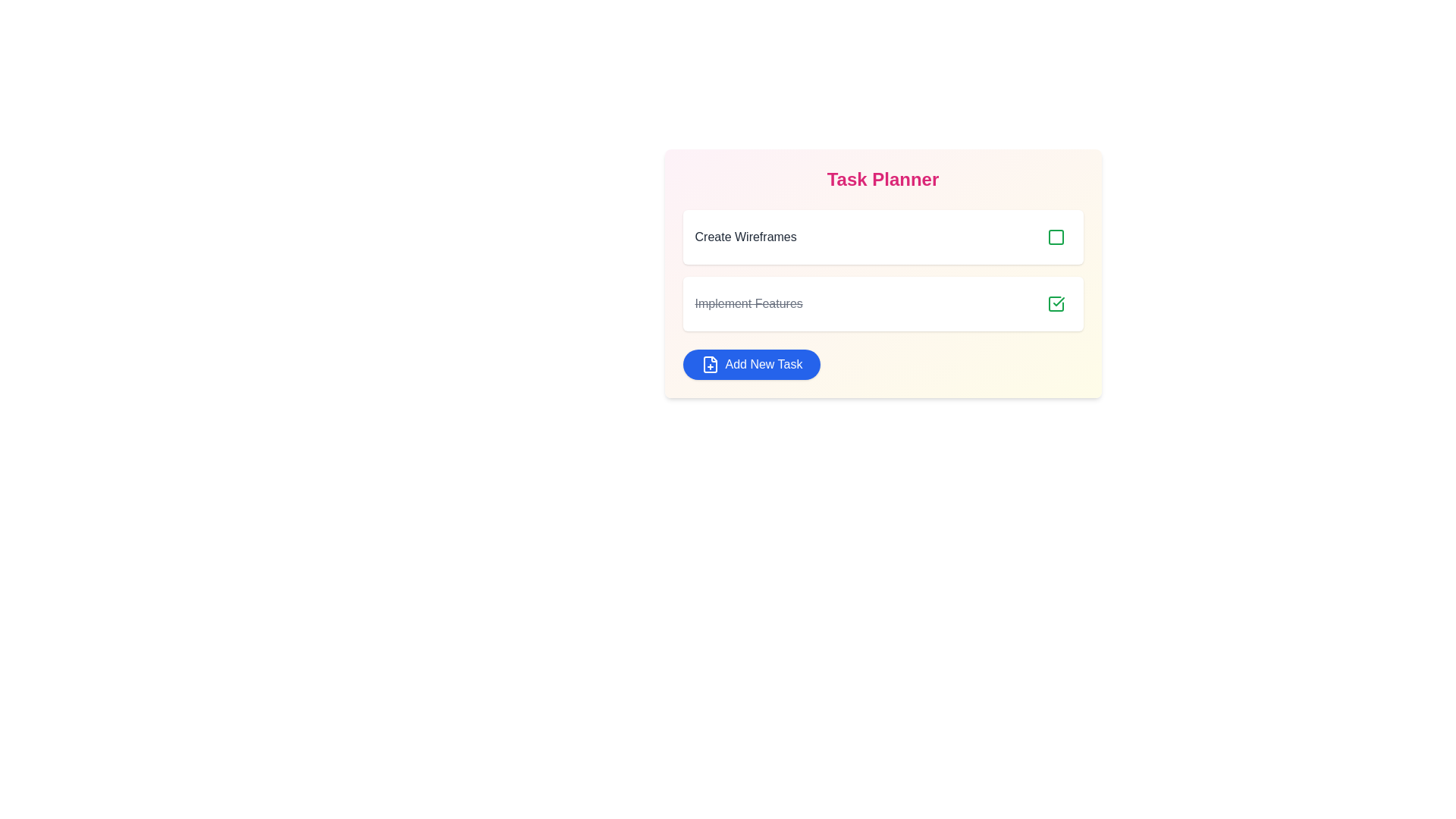 This screenshot has height=819, width=1456. Describe the element at coordinates (1055, 304) in the screenshot. I see `the completion icon for the 'Implement Features' task in the 'Task Planner' interface, which indicates that the task has been marked as complete` at that location.